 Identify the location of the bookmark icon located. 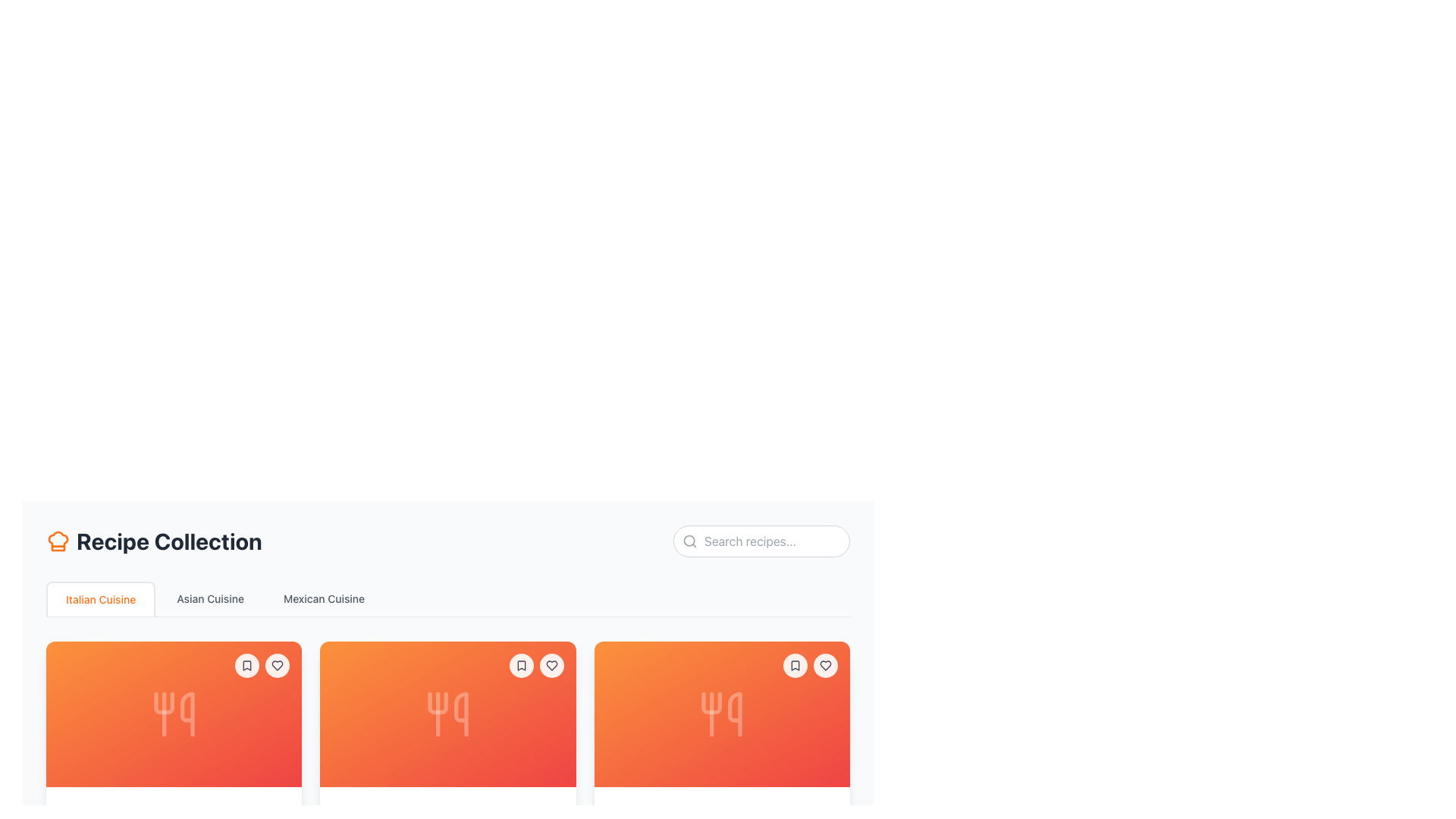
(521, 665).